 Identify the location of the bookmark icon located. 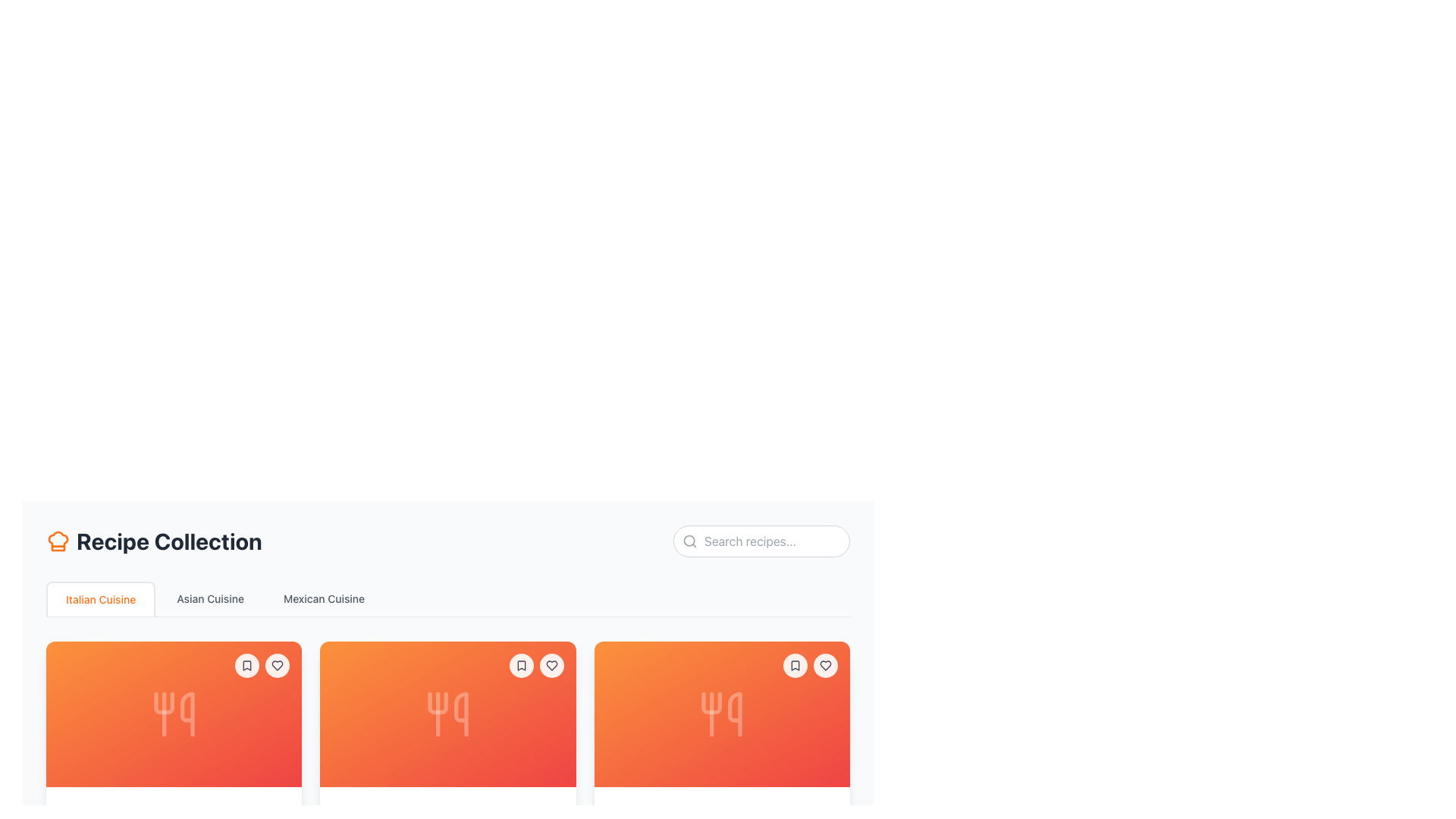
(521, 665).